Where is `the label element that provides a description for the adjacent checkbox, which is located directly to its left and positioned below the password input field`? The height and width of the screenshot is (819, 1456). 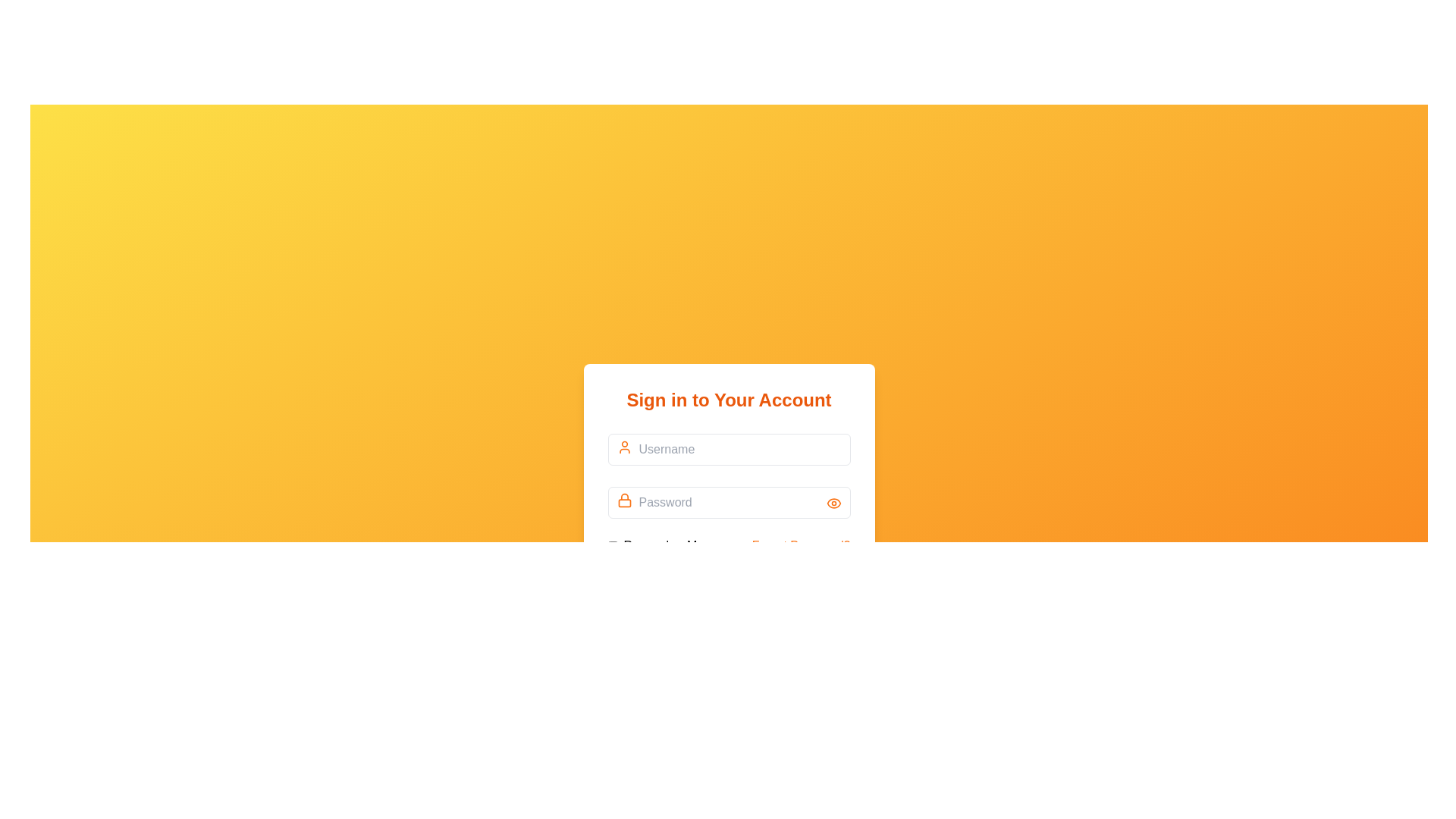 the label element that provides a description for the adjacent checkbox, which is located directly to its left and positioned below the password input field is located at coordinates (664, 546).